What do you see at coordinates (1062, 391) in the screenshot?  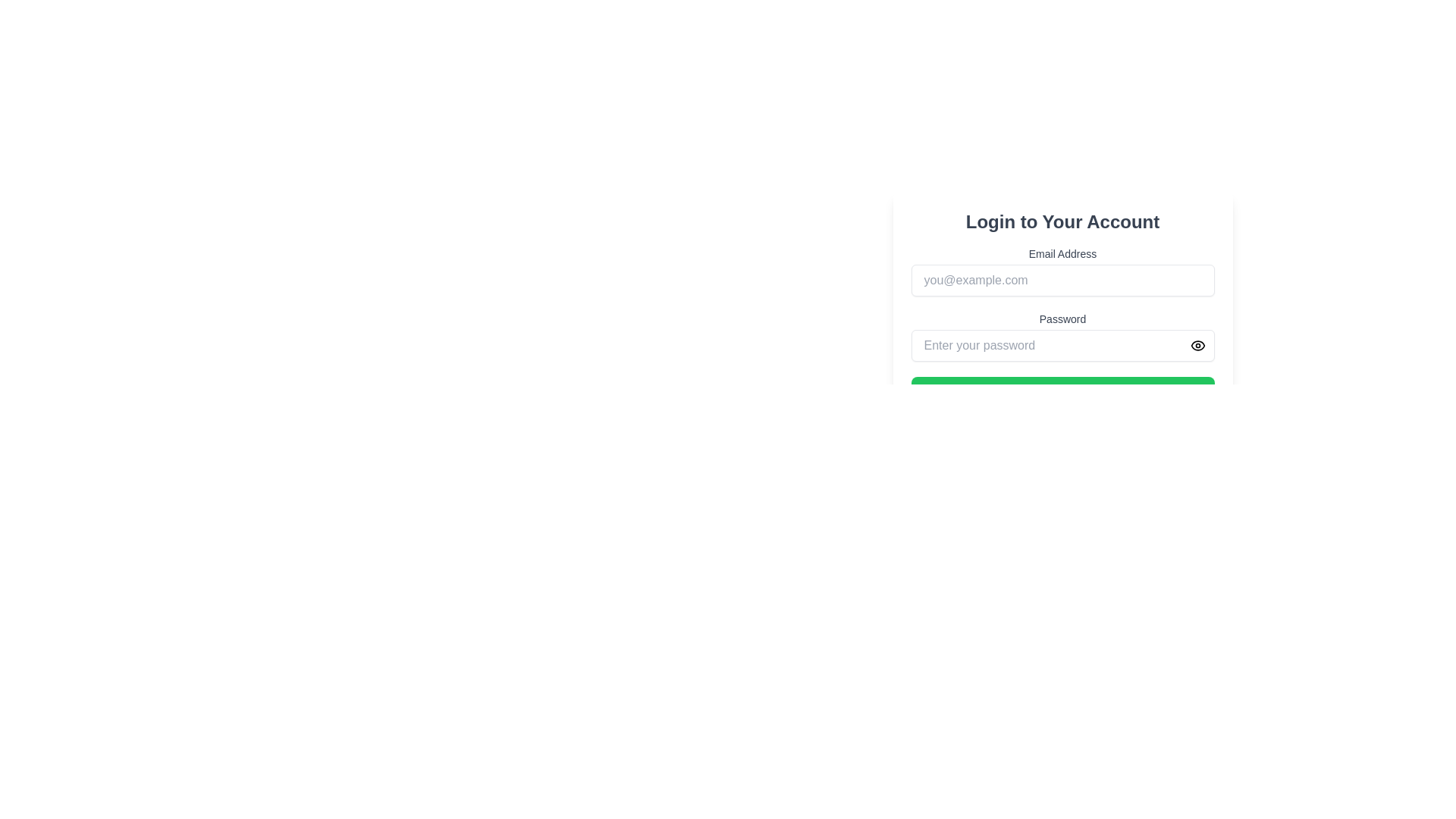 I see `the submit button located below the password input field in the 'Login to Your Account' section` at bounding box center [1062, 391].